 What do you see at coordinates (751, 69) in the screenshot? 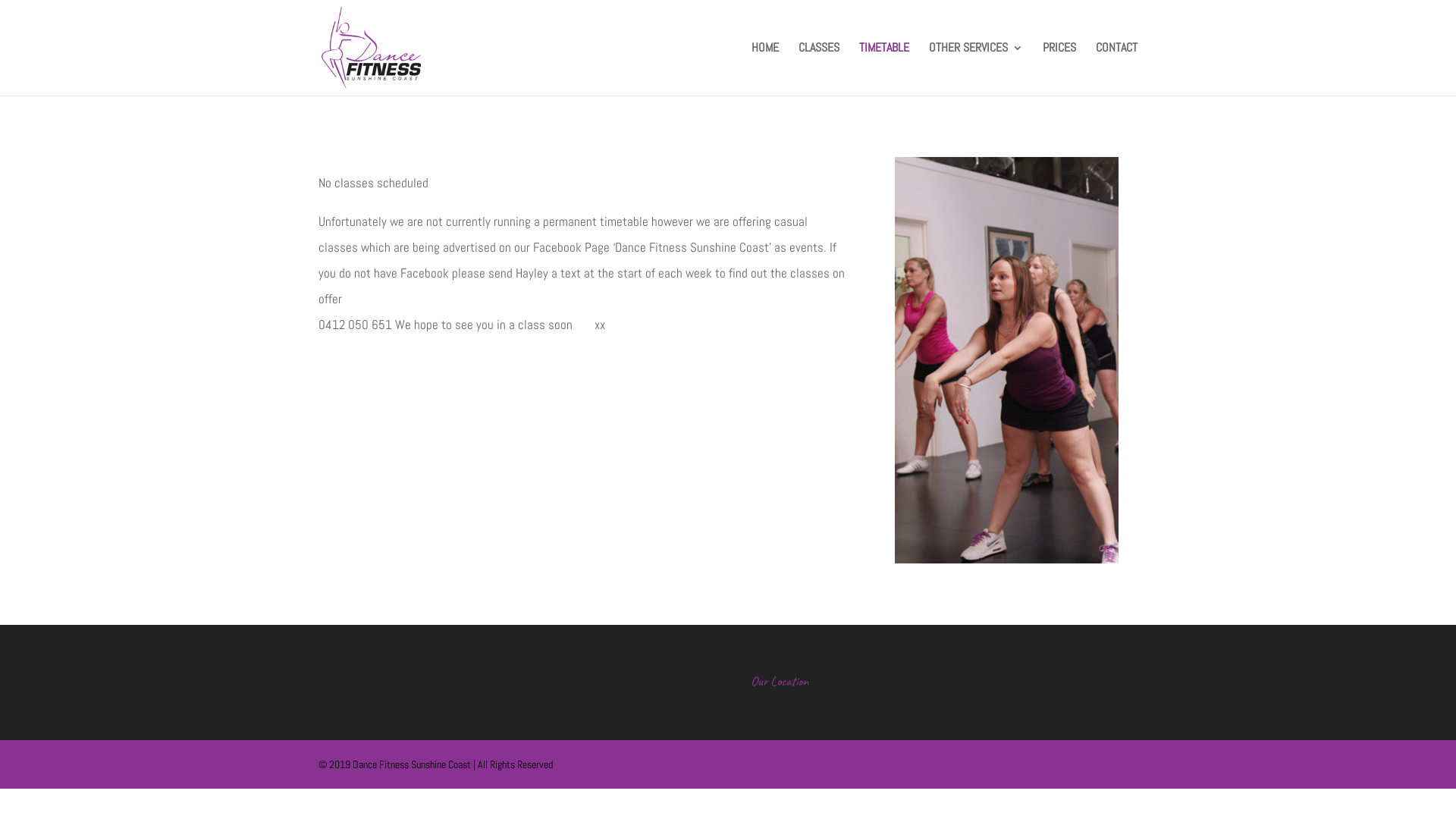
I see `'HOME'` at bounding box center [751, 69].